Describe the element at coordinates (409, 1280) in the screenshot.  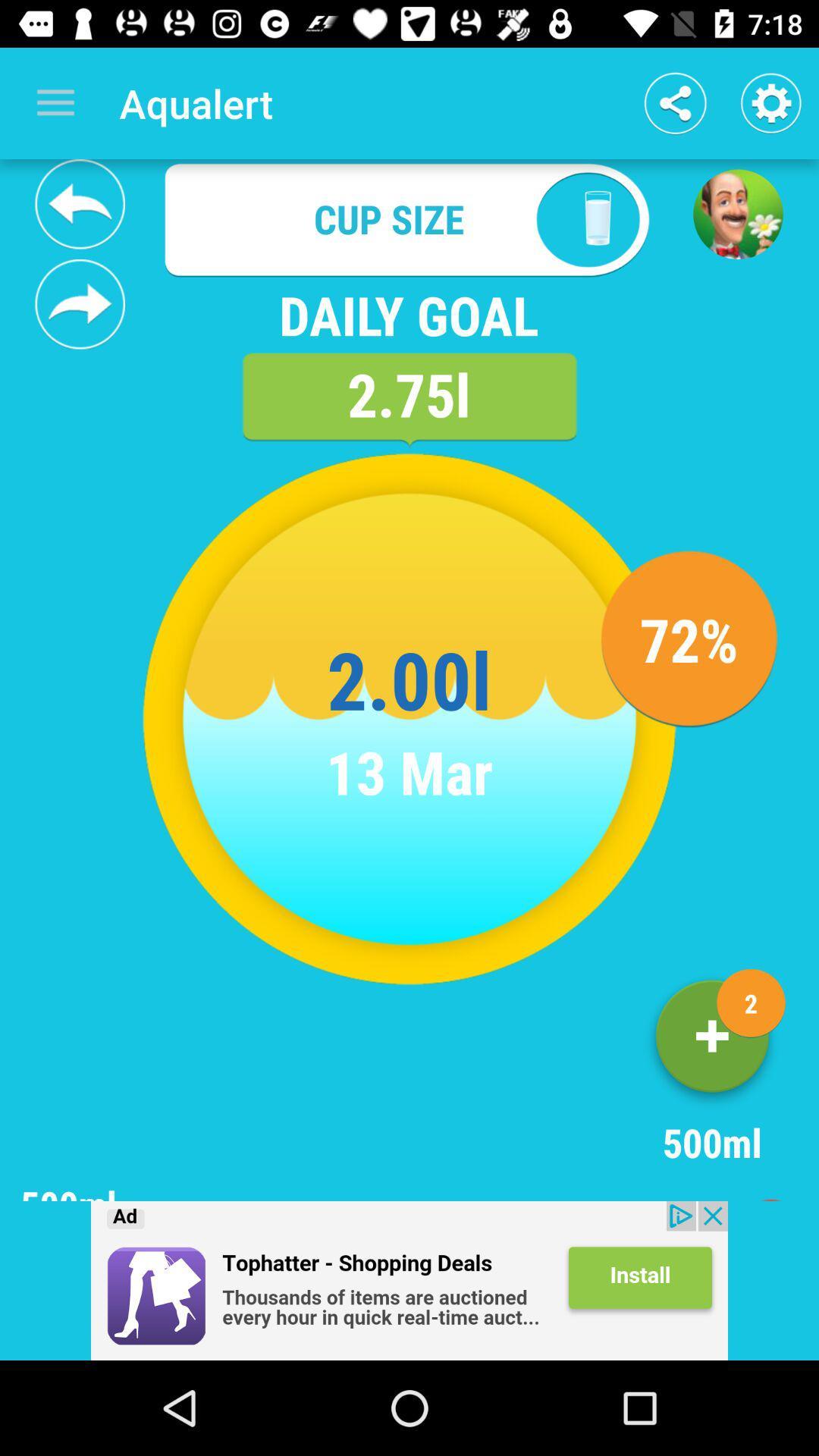
I see `advertisement link` at that location.